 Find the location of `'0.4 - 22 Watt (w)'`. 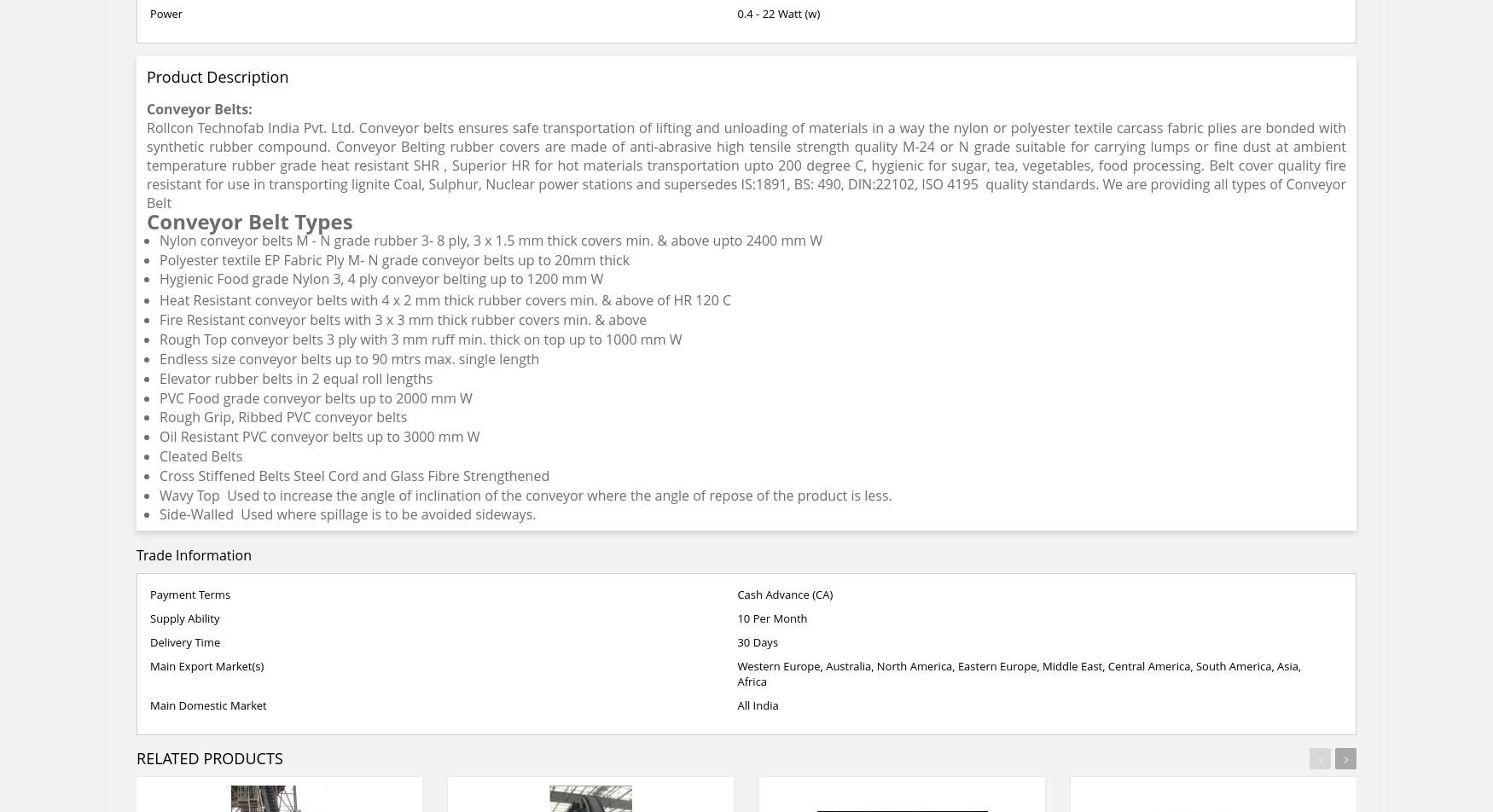

'0.4 - 22 Watt (w)' is located at coordinates (736, 13).